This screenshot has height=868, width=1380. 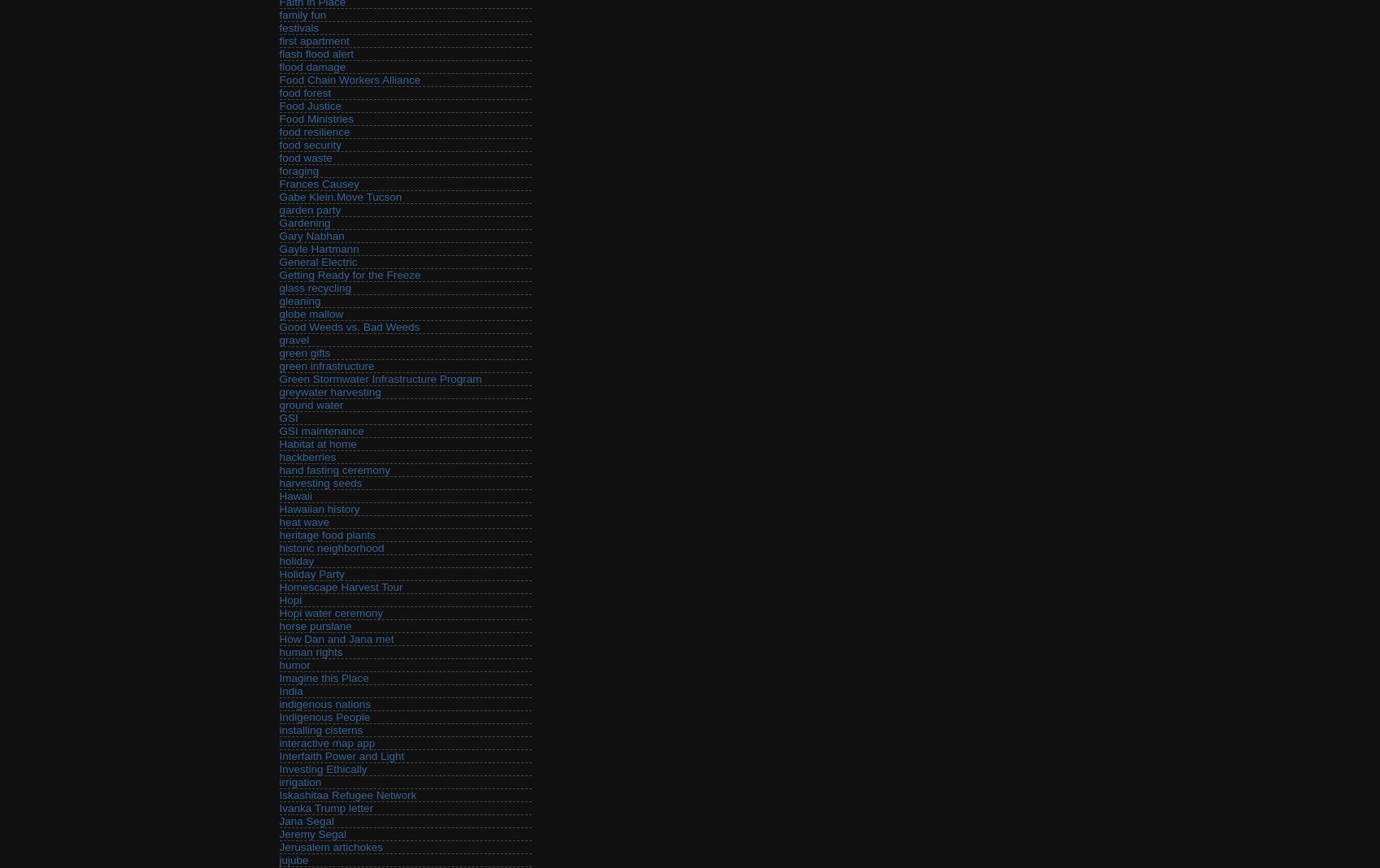 What do you see at coordinates (278, 327) in the screenshot?
I see `'Good Weeds vs. Bad Weeds'` at bounding box center [278, 327].